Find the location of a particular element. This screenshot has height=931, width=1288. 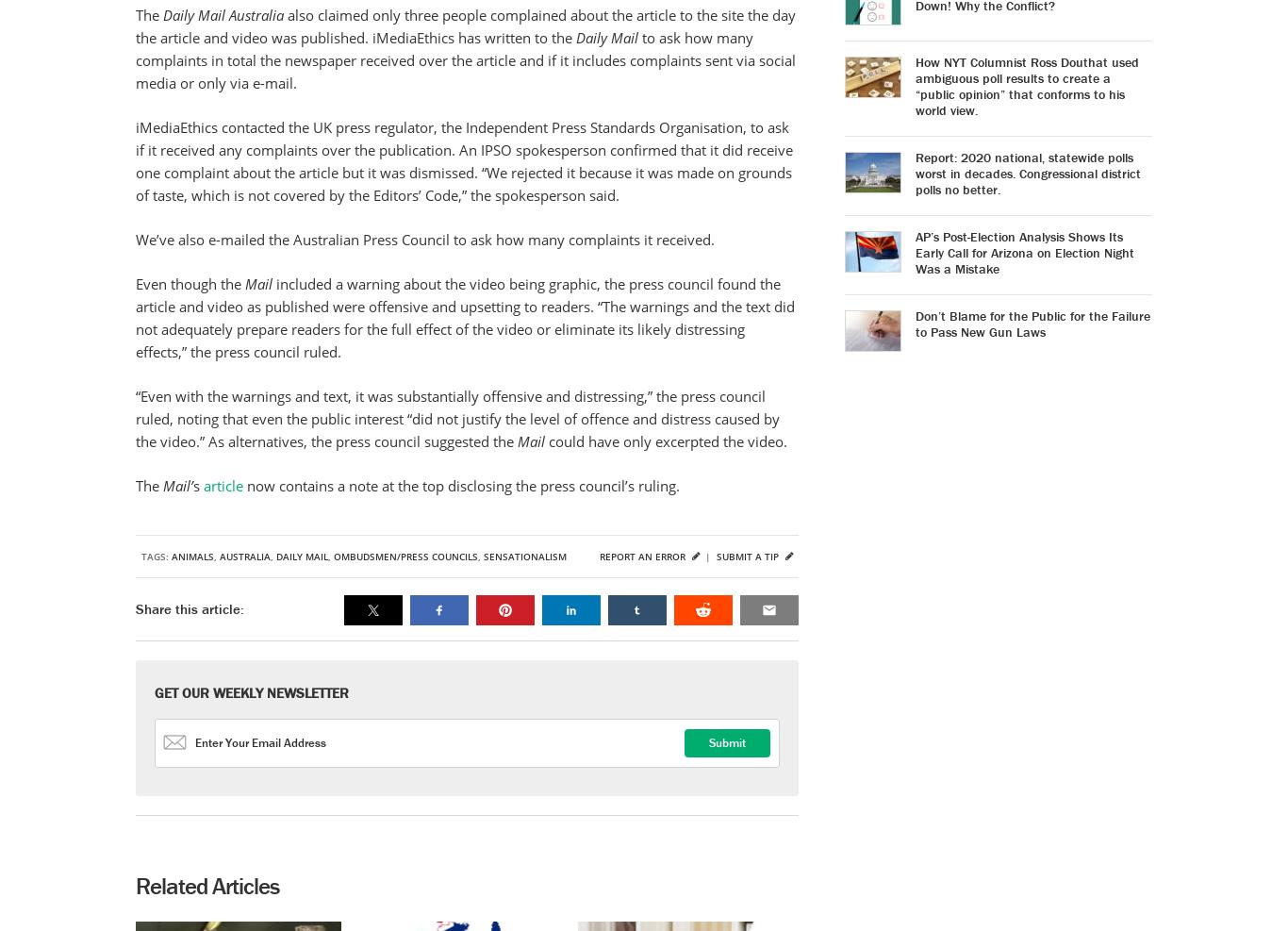

'Related Articles' is located at coordinates (134, 886).